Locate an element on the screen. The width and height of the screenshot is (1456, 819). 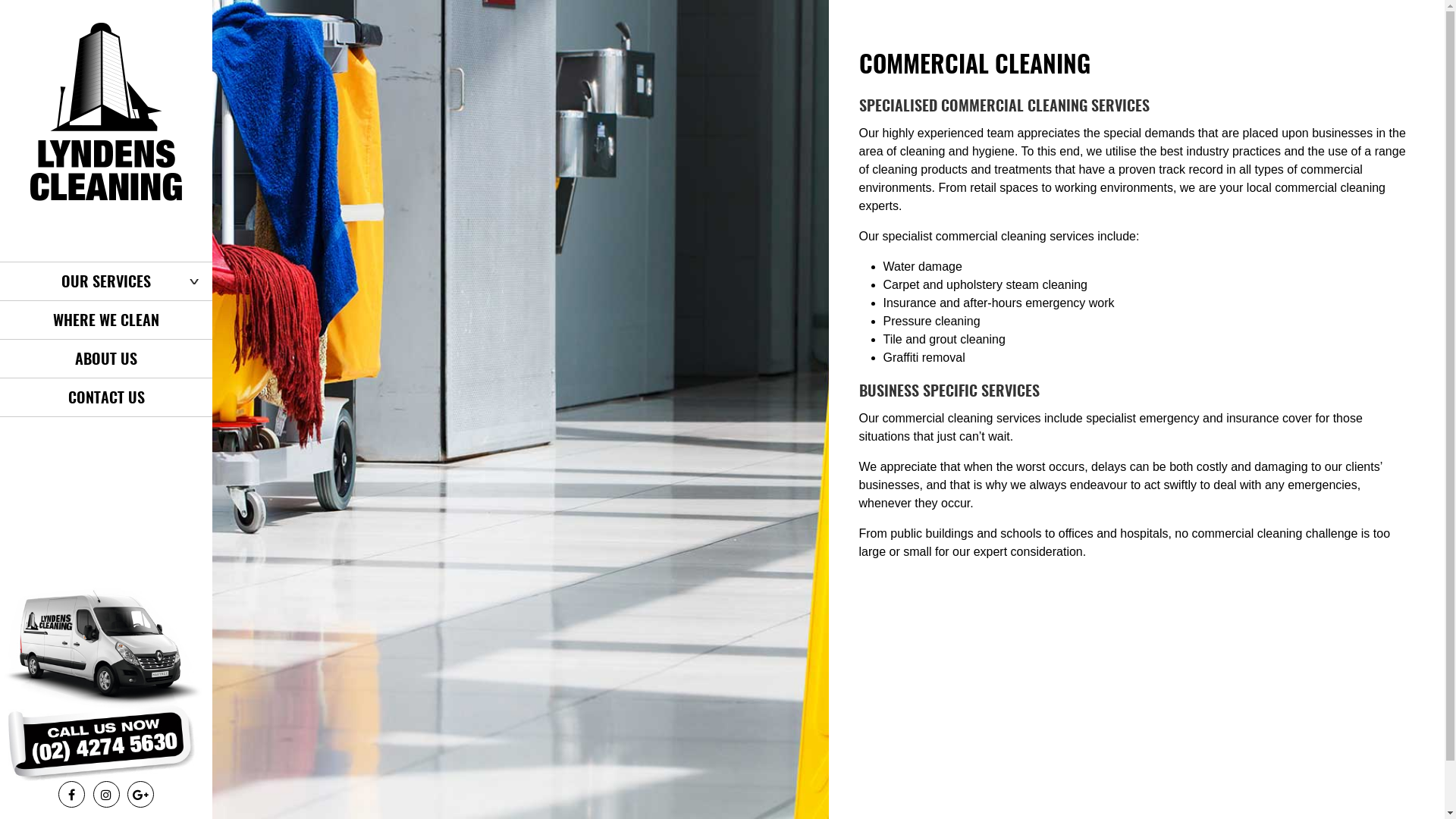
'OUR SERVICES' is located at coordinates (105, 281).